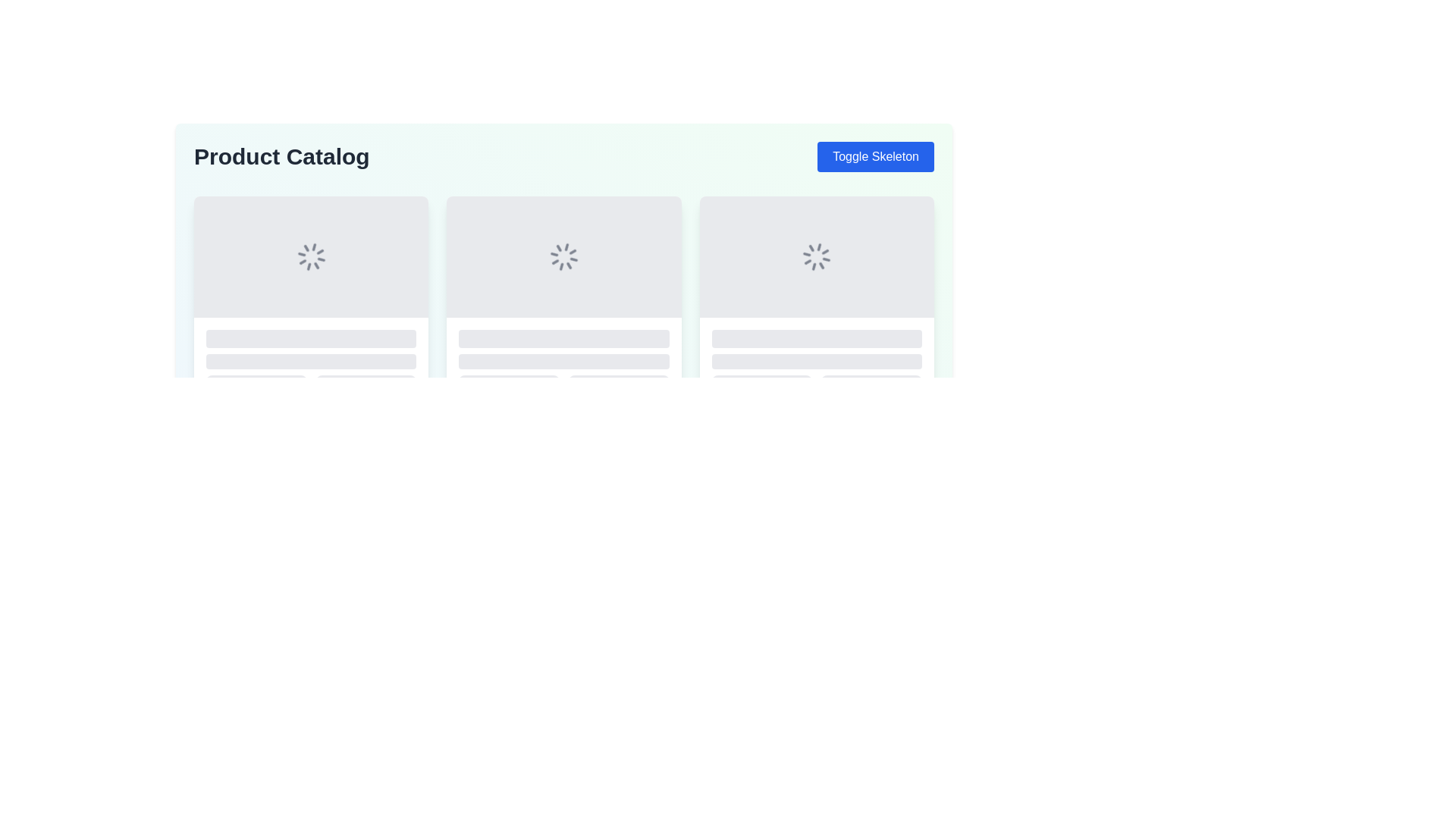 This screenshot has width=1456, height=819. Describe the element at coordinates (563, 256) in the screenshot. I see `the circular spinner icon in the middle card of the three-card layout` at that location.